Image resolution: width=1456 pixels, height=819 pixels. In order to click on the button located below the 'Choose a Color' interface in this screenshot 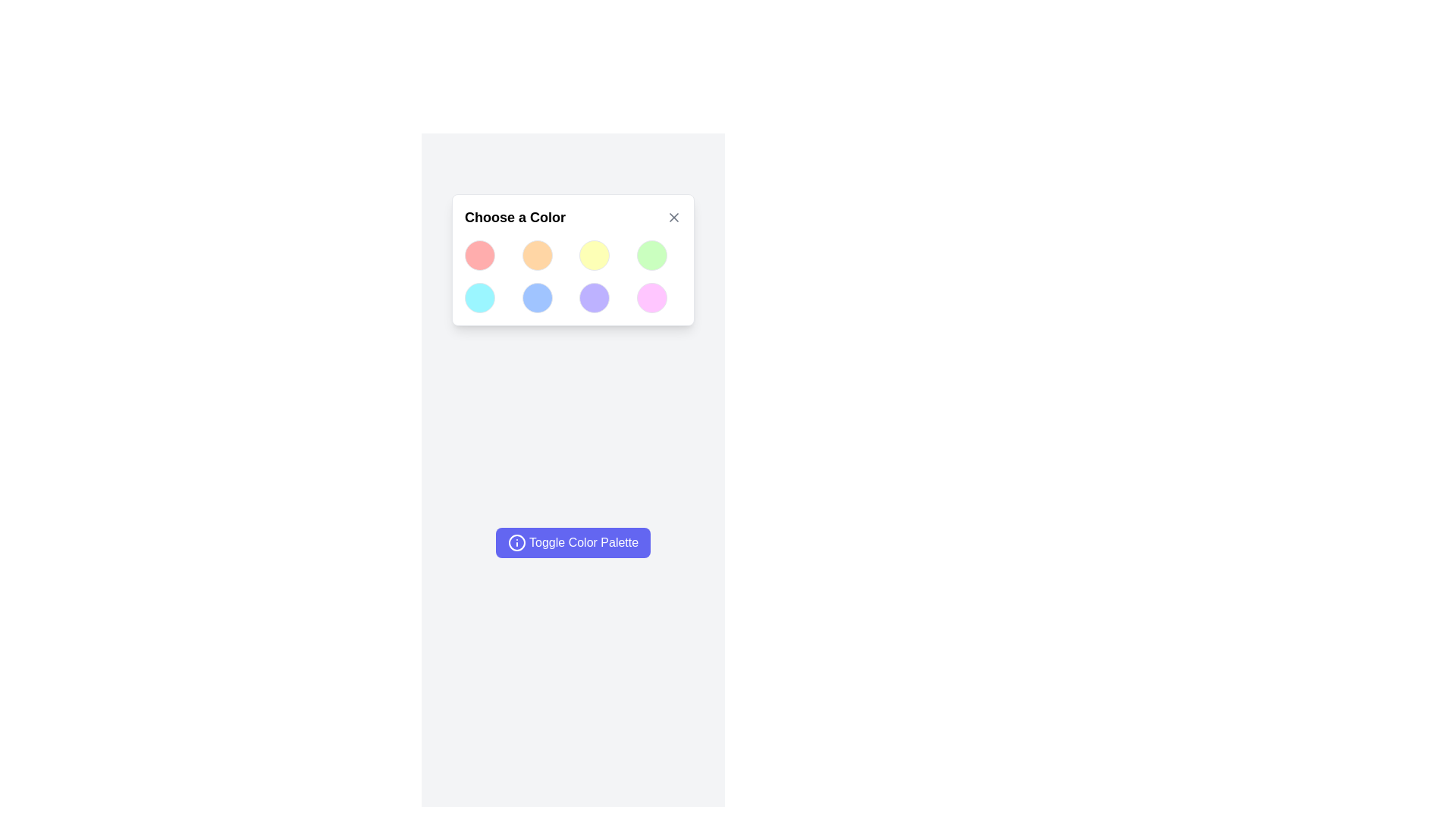, I will do `click(572, 541)`.